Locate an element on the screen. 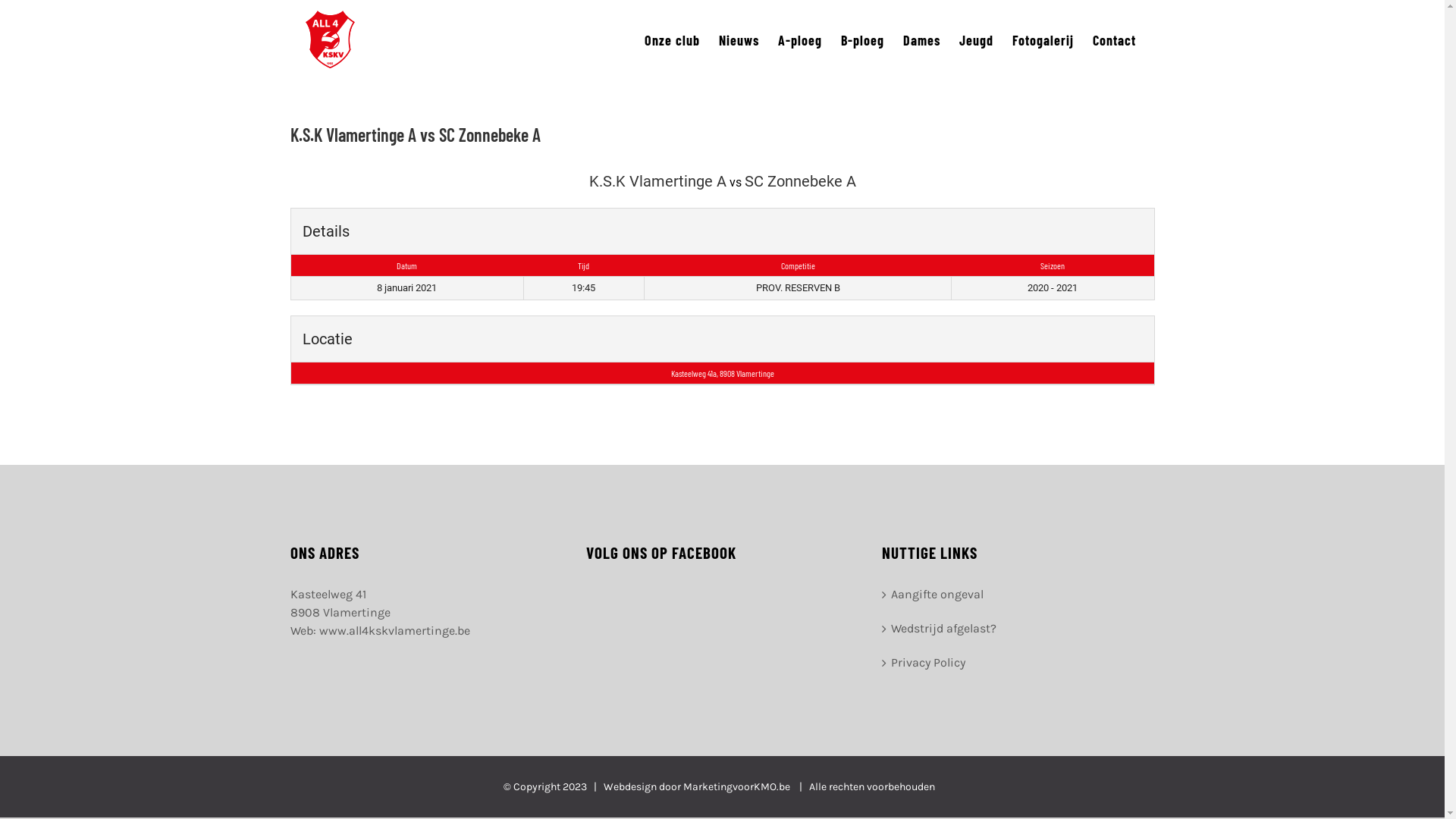  'www.all4kskvlamertinge.be' is located at coordinates (394, 630).